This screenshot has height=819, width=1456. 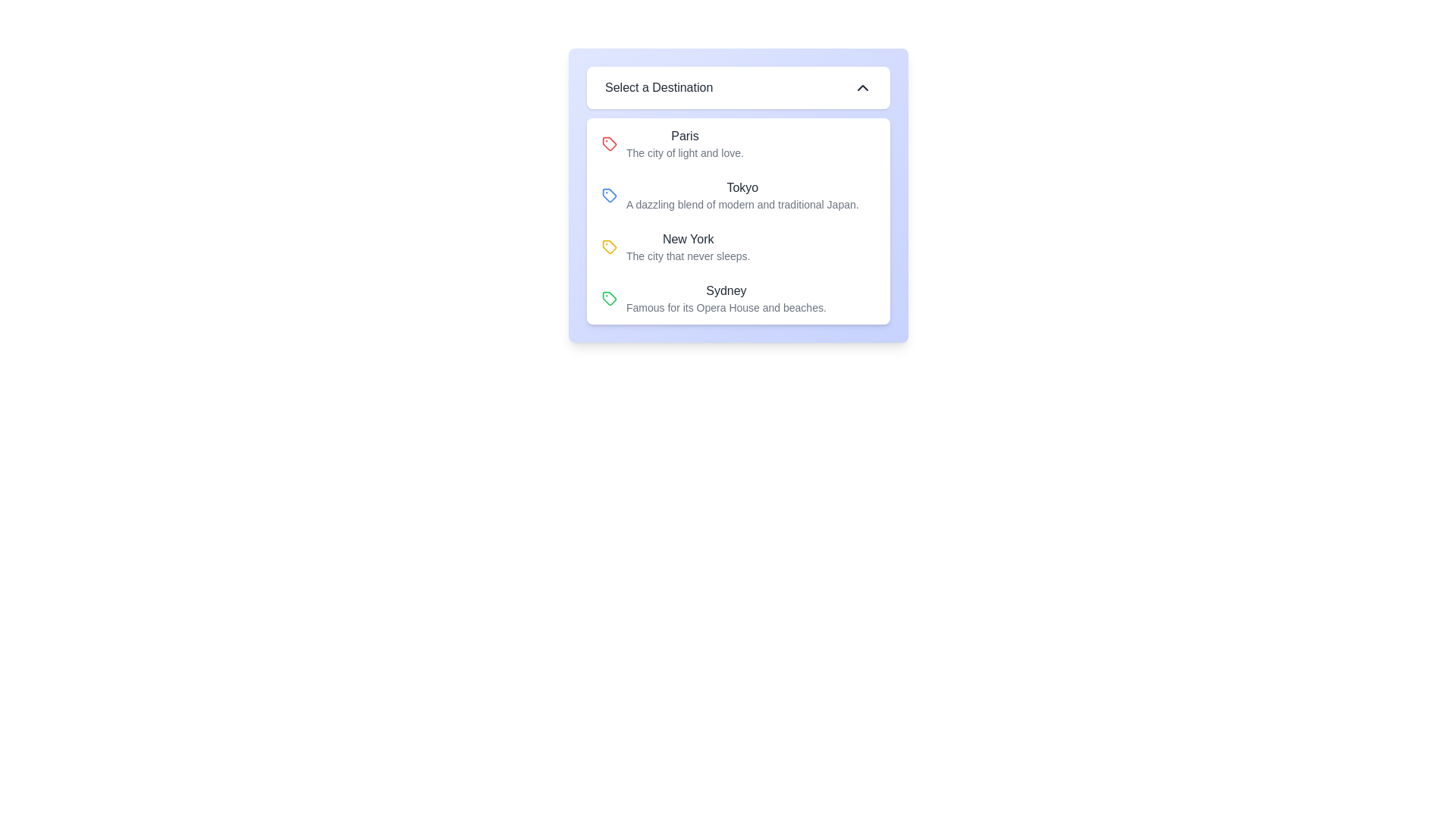 I want to click on the selectable entry for 'New York' in the dropdown menu titled 'Select a Destination', so click(x=739, y=221).